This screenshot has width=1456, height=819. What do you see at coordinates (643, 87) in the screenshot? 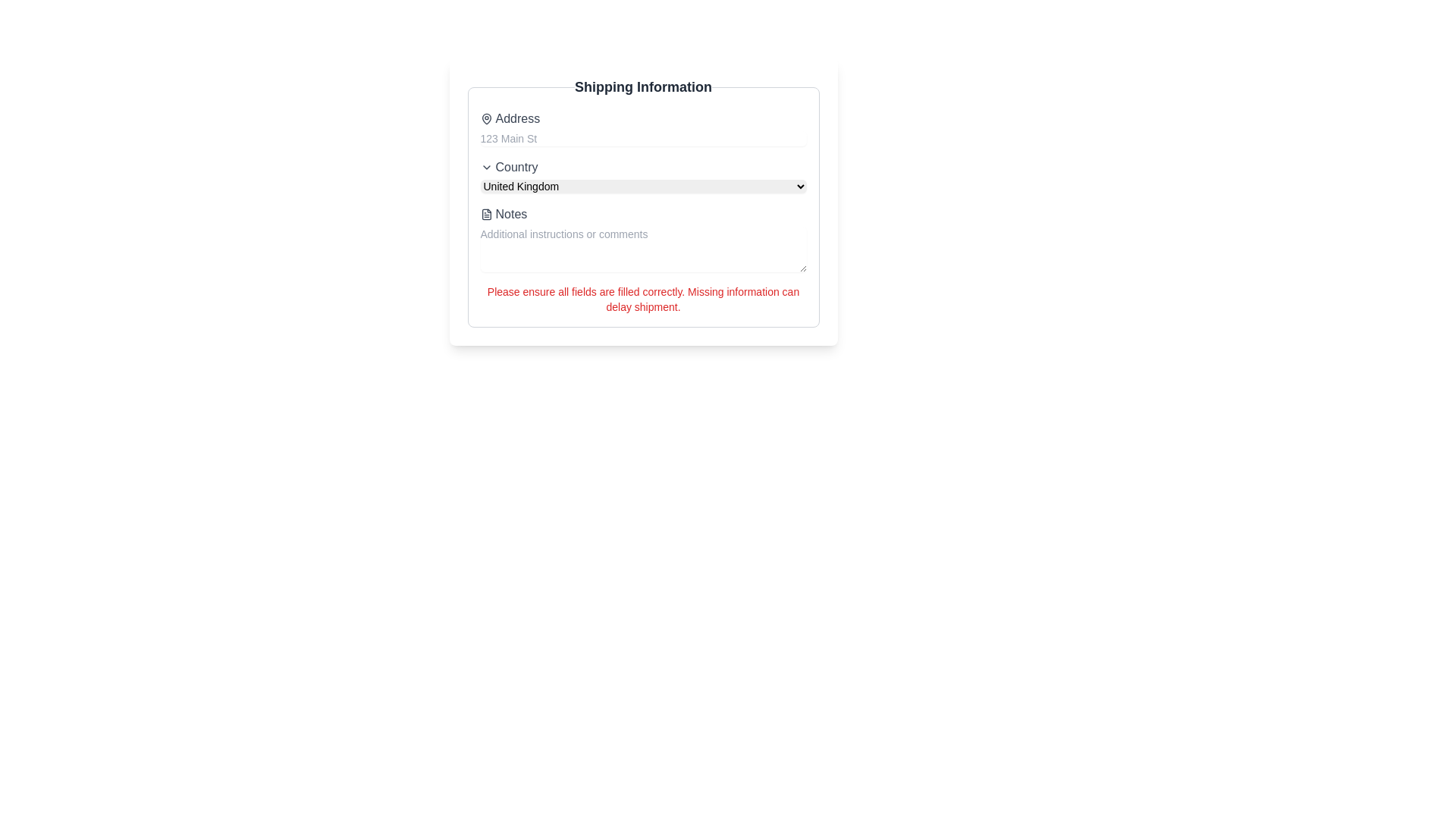
I see `the section header text that provides context and a title for the form fields below it` at bounding box center [643, 87].